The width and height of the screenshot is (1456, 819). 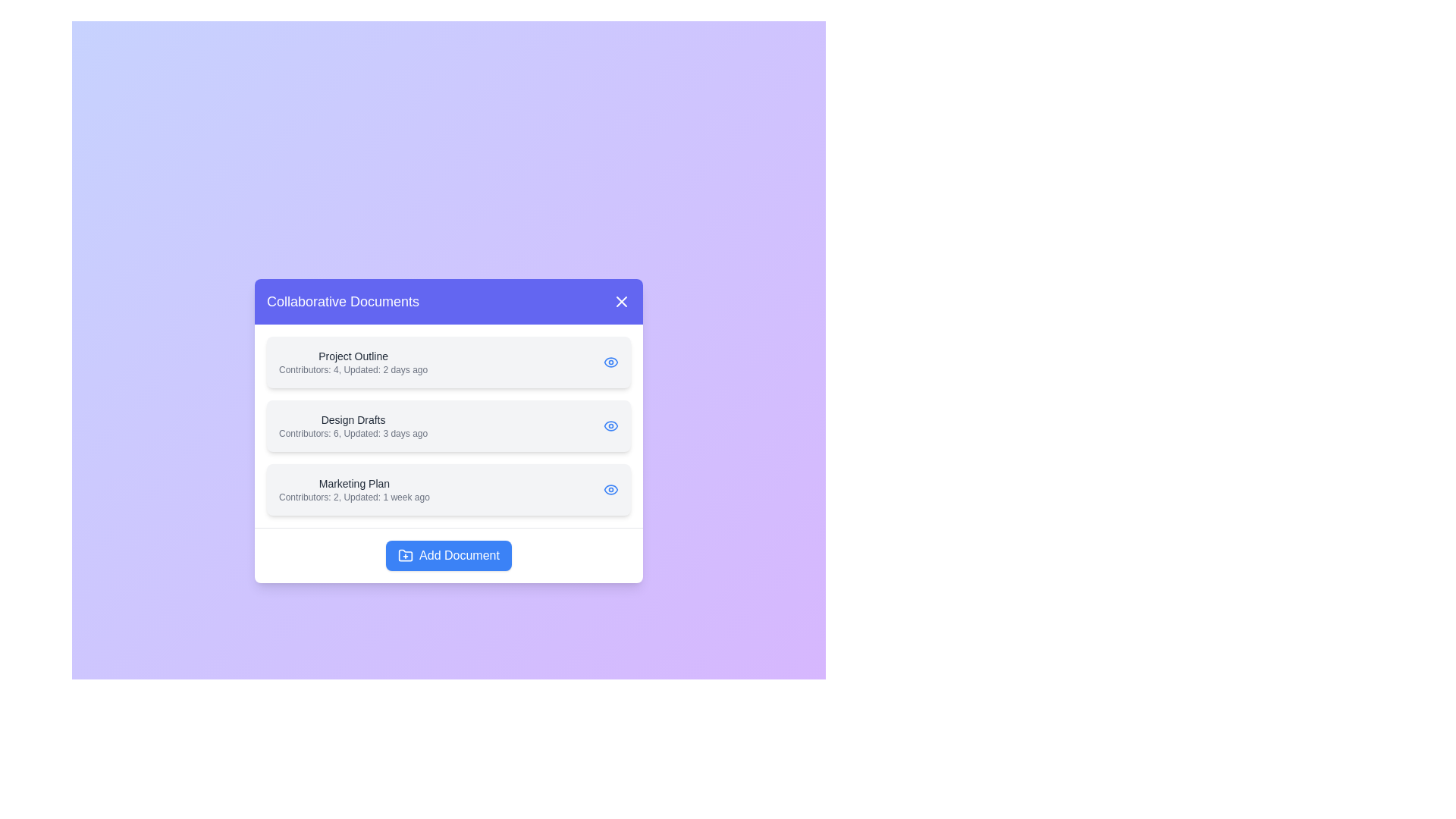 I want to click on the eye icon next to the document titled Marketing Plan to view its details, so click(x=611, y=489).